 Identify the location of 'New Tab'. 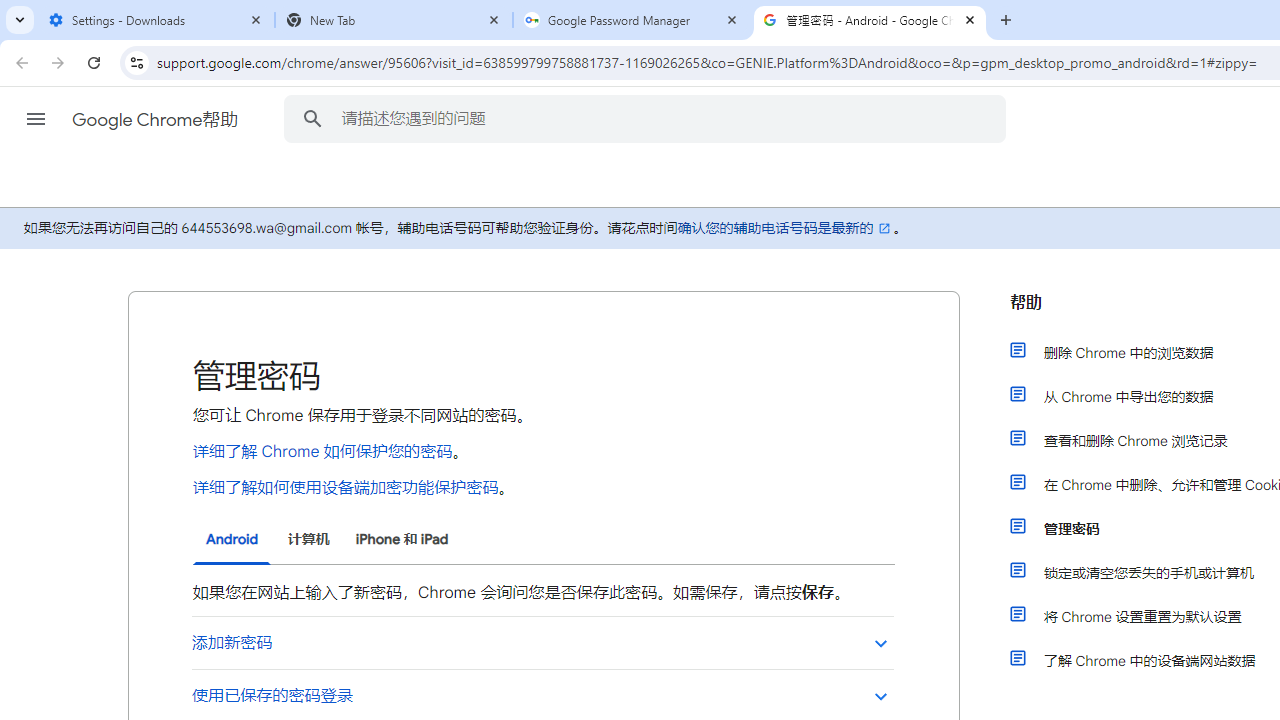
(394, 20).